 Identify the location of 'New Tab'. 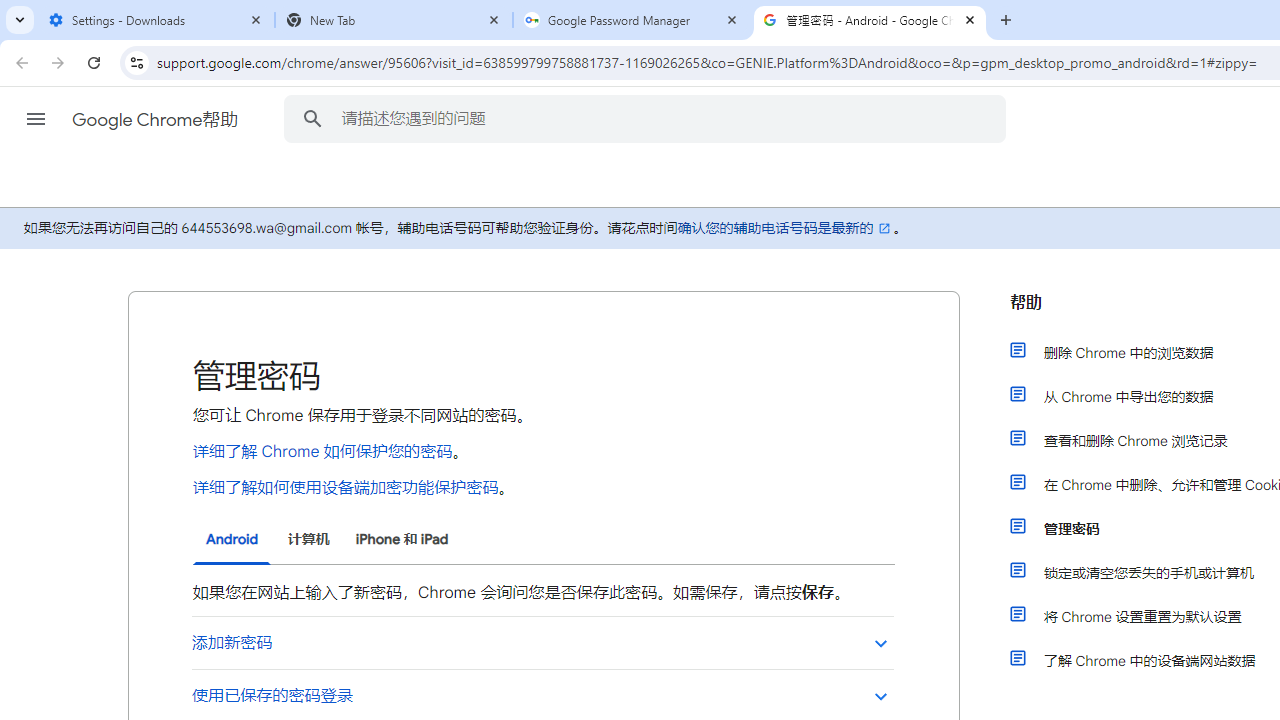
(394, 20).